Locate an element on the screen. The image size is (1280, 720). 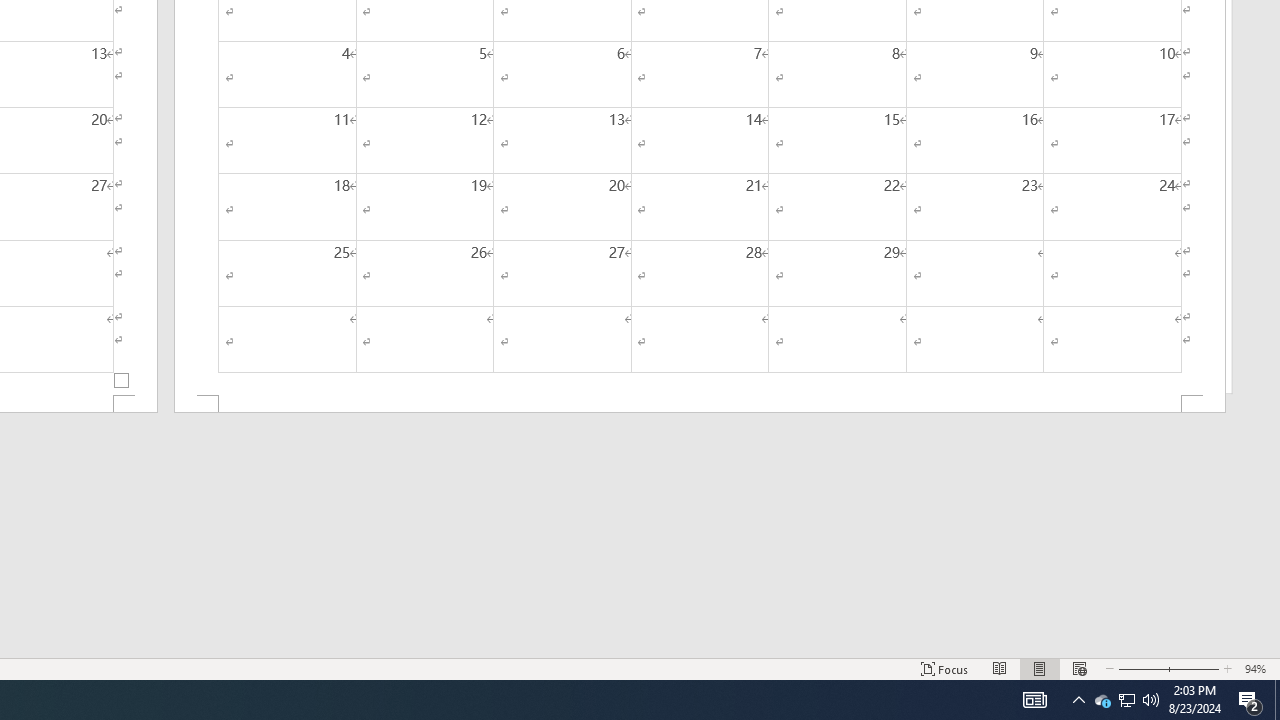
'Notification Chevron' is located at coordinates (1078, 698).